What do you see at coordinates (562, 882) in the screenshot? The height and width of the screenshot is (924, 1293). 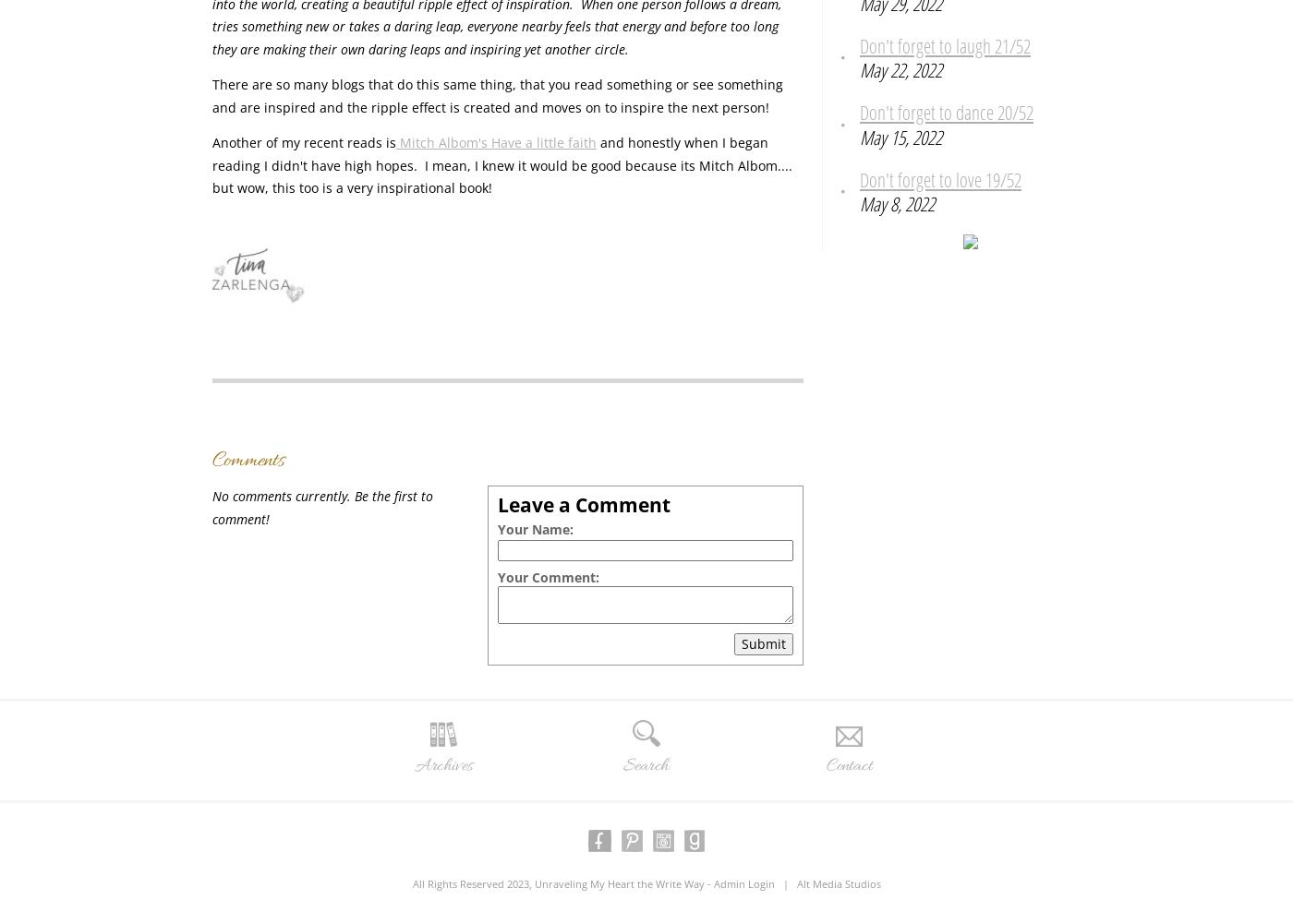 I see `'All Rights Reserved 2023, Unraveling My Heart the Write Way -'` at bounding box center [562, 882].